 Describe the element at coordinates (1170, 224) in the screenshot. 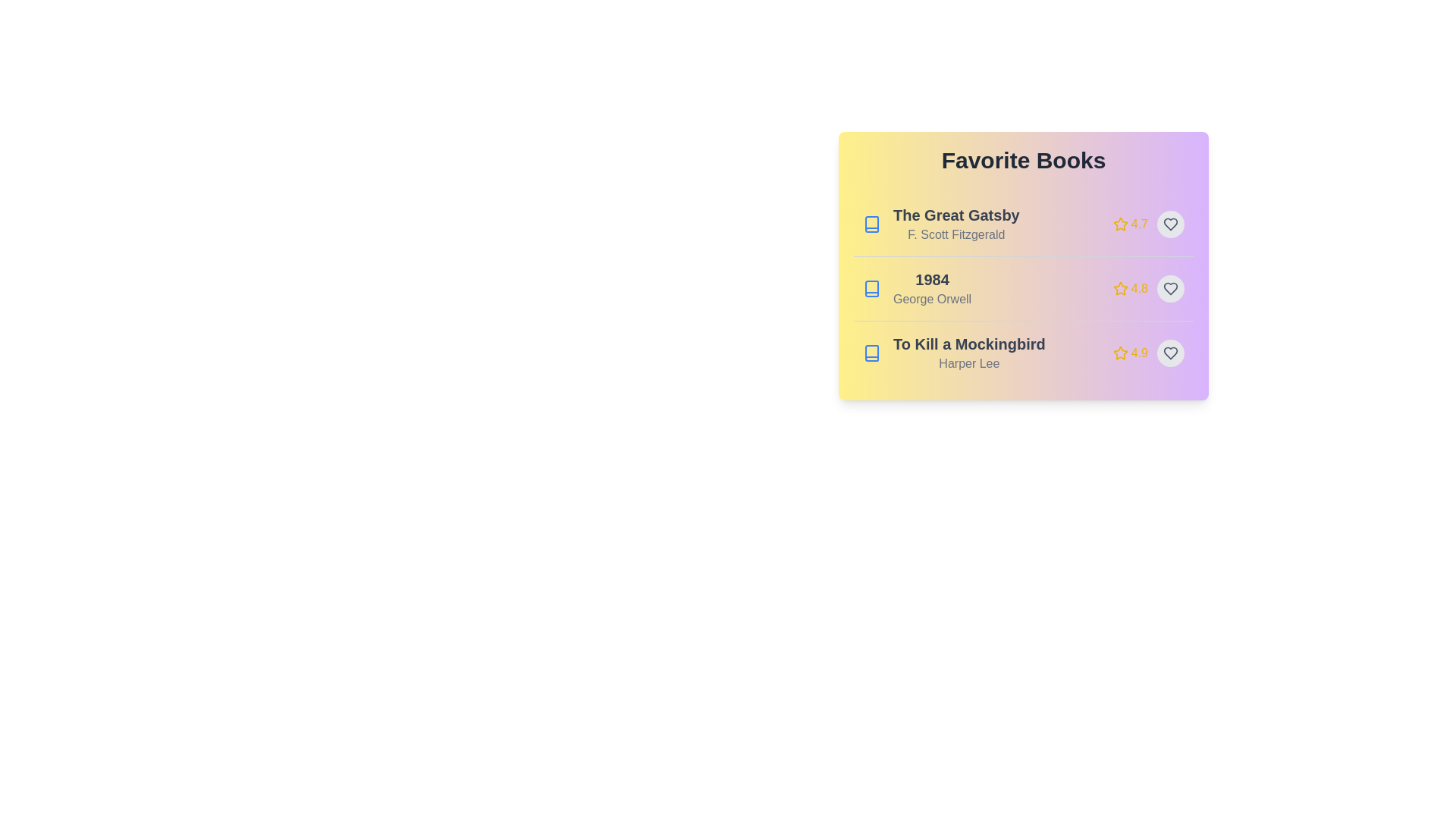

I see `heart icon to toggle the 'liked' state of the book titled The Great Gatsby` at that location.